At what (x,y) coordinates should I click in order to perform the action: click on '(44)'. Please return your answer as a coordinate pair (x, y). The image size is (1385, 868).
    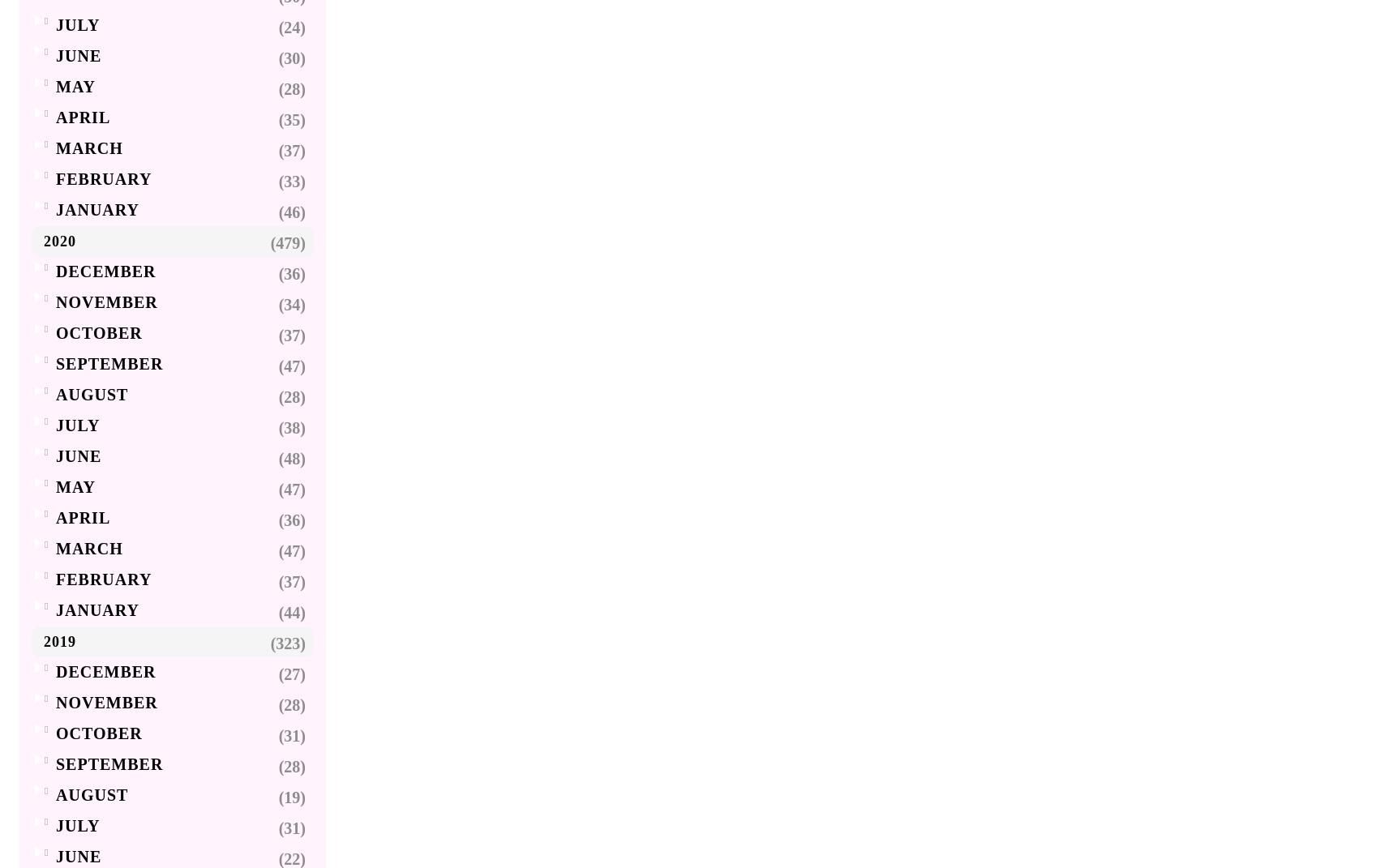
    Looking at the image, I should click on (292, 613).